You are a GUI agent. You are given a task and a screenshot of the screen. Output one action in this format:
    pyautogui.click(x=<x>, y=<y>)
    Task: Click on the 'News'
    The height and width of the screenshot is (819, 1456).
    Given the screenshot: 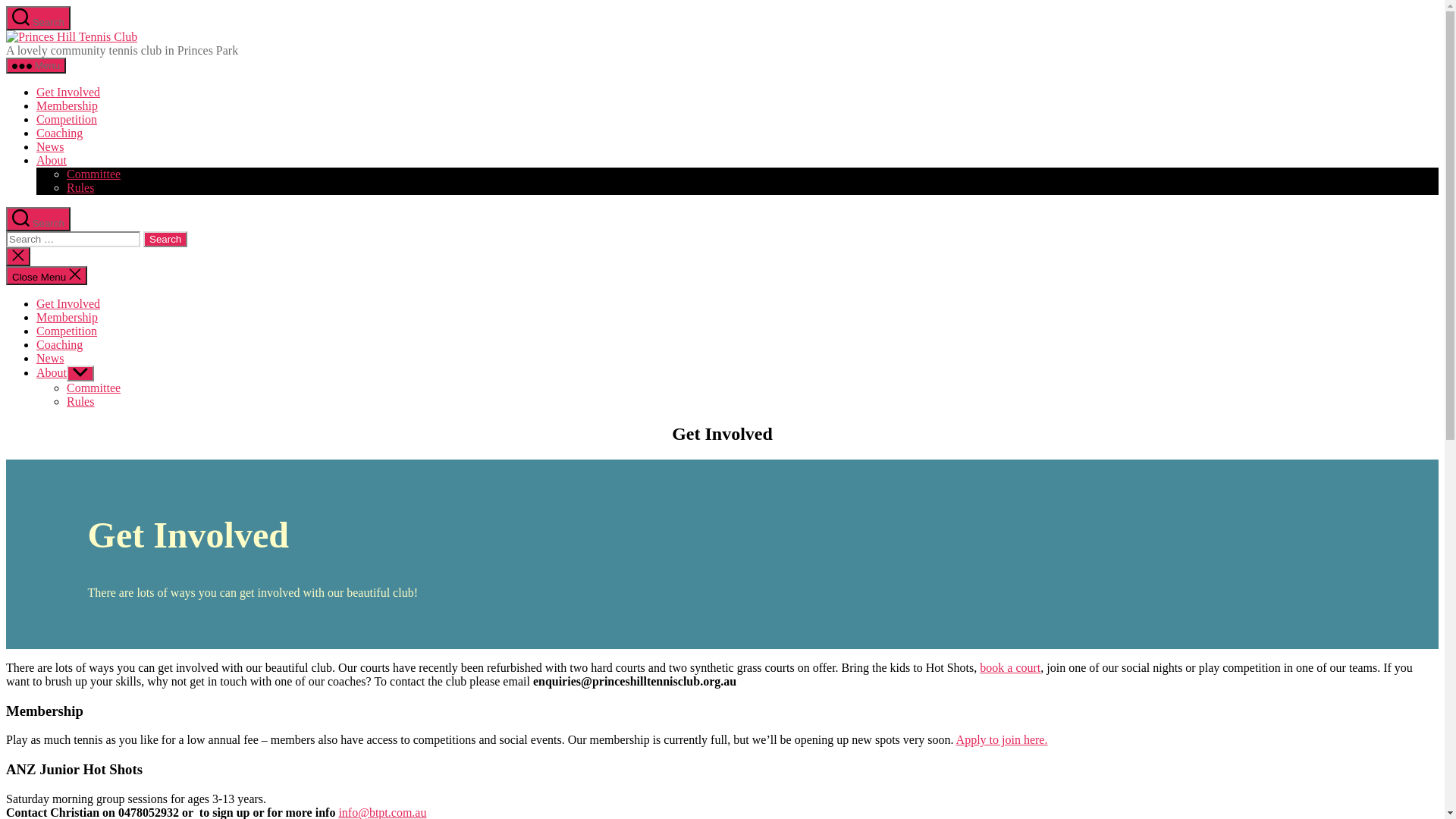 What is the action you would take?
    pyautogui.click(x=36, y=146)
    